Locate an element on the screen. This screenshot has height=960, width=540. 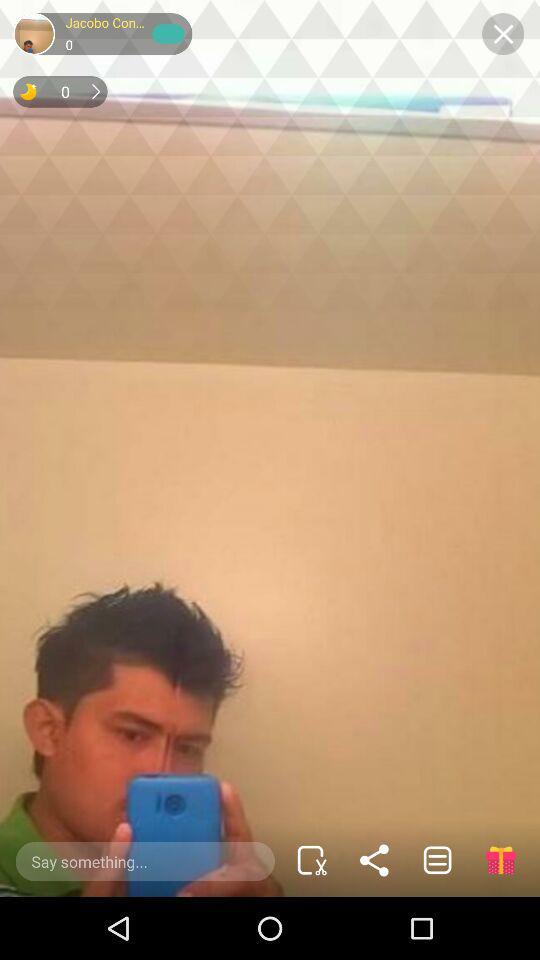
the close icon is located at coordinates (502, 33).